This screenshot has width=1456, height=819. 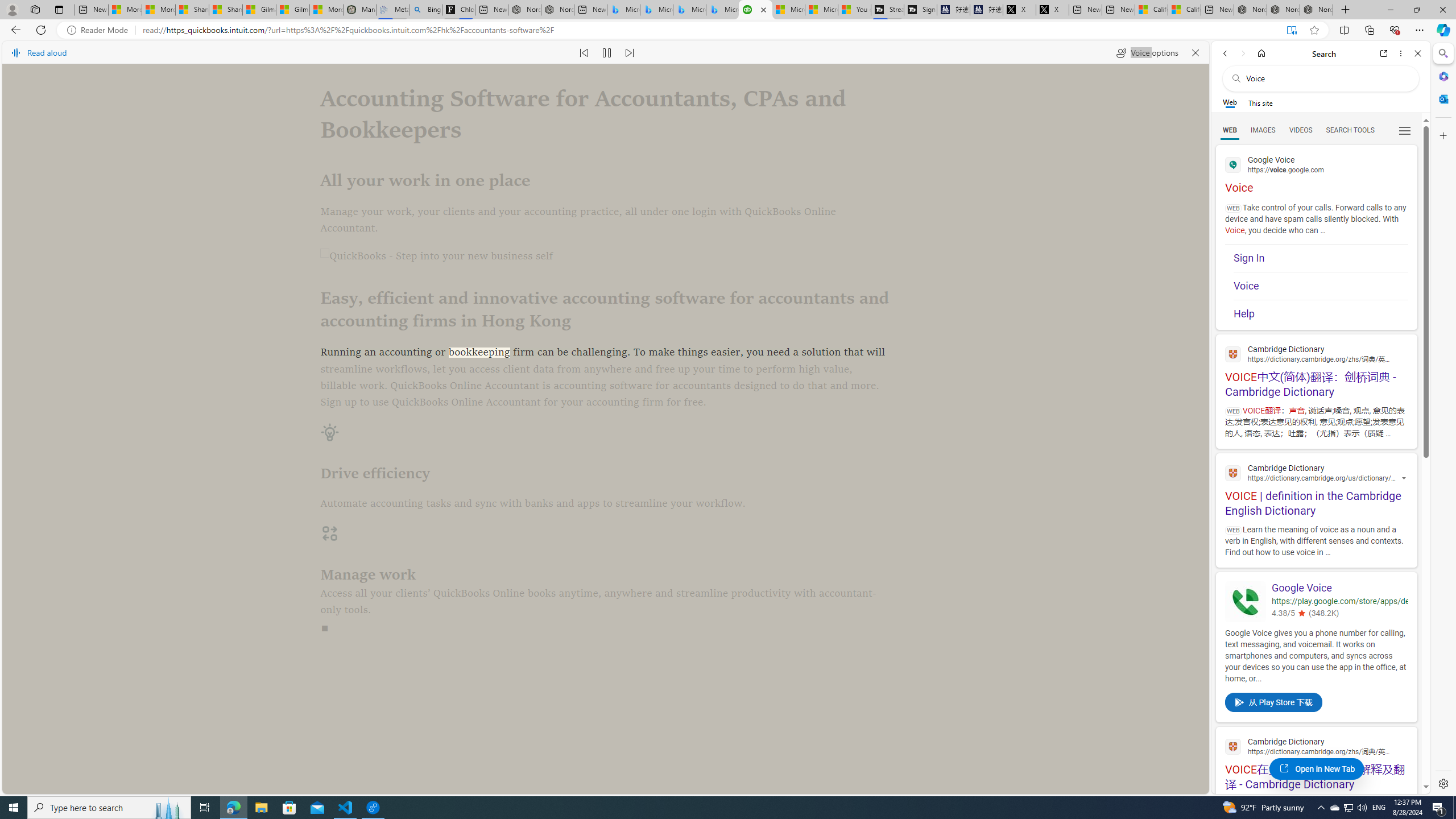 What do you see at coordinates (1300, 614) in the screenshot?
I see `'4.380543231964111'` at bounding box center [1300, 614].